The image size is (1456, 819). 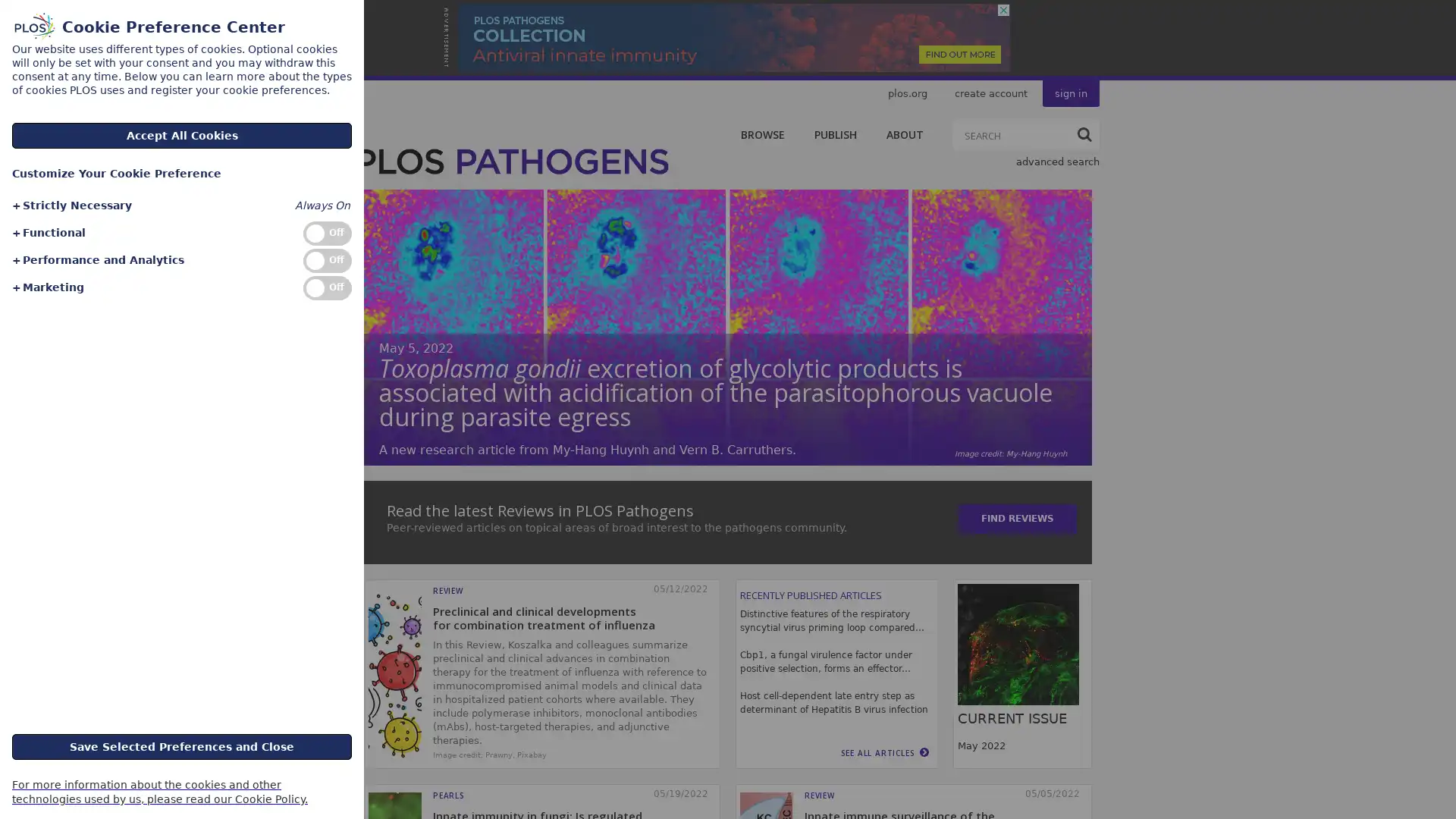 What do you see at coordinates (1084, 133) in the screenshot?
I see `Submit search` at bounding box center [1084, 133].